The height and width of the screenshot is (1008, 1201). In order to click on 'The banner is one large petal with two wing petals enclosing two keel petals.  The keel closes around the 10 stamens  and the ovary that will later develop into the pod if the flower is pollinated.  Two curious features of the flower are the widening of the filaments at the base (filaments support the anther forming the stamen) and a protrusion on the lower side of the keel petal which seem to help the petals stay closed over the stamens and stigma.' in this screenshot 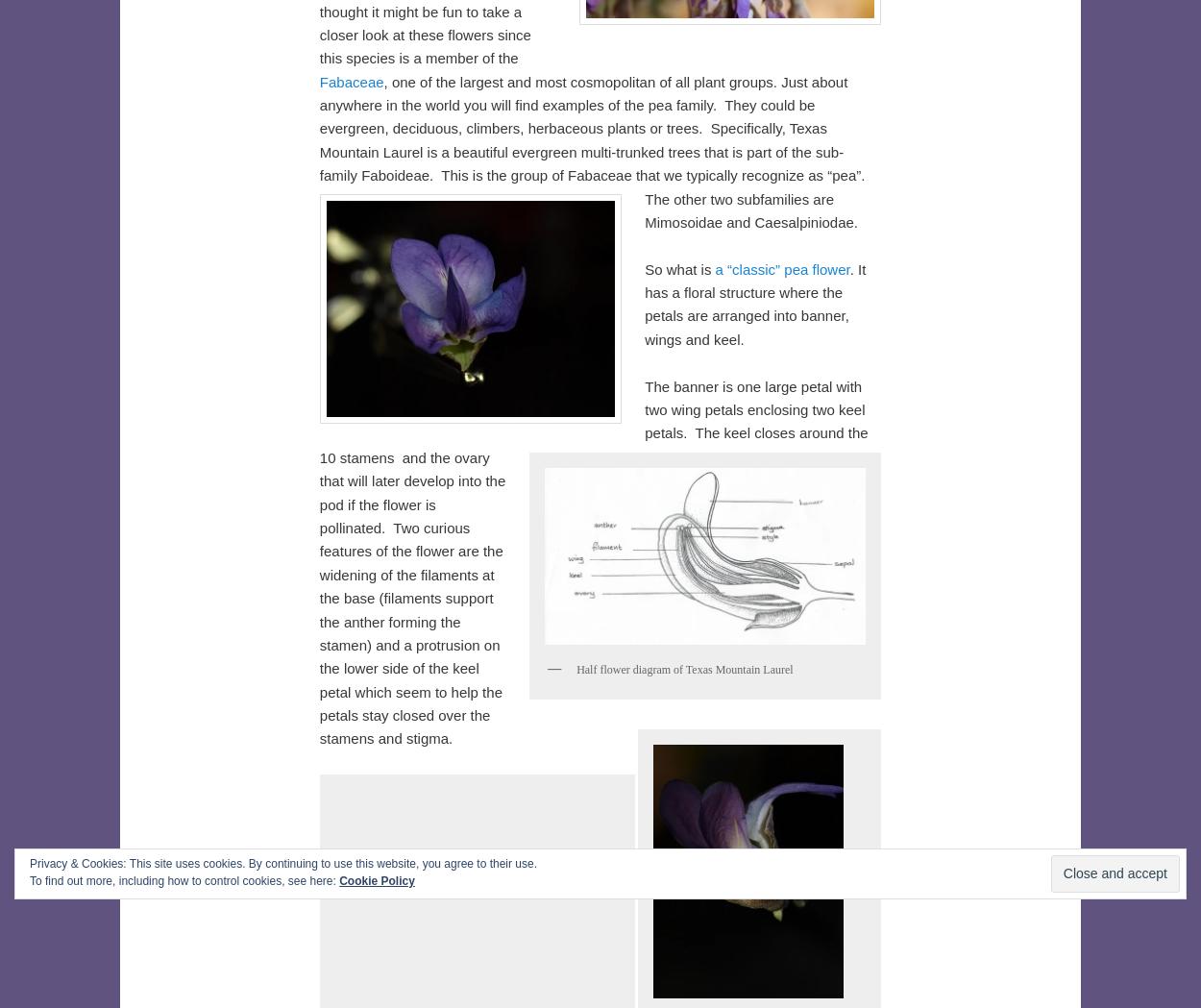, I will do `click(592, 561)`.